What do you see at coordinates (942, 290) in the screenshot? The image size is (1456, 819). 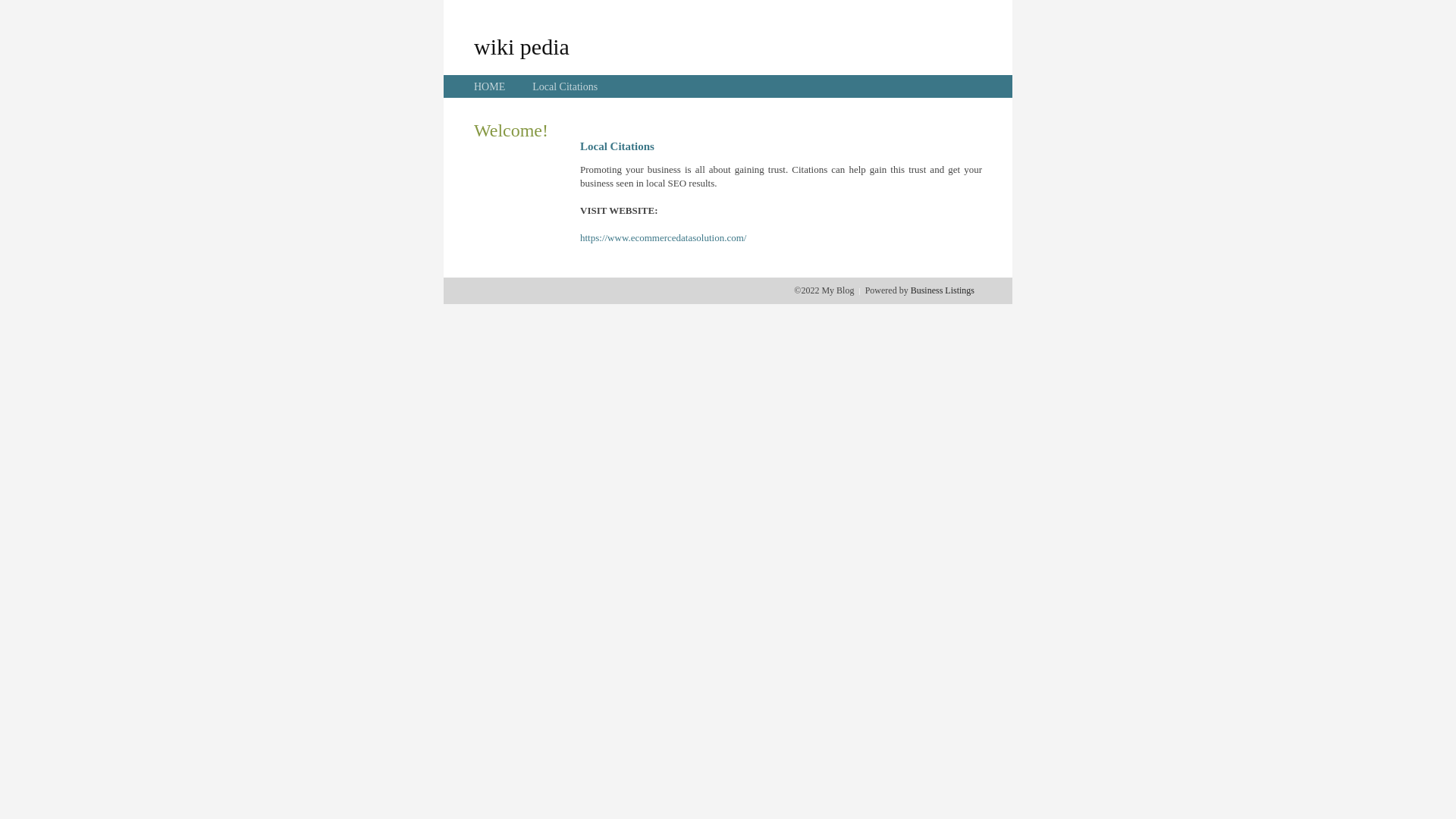 I see `'Business Listings'` at bounding box center [942, 290].